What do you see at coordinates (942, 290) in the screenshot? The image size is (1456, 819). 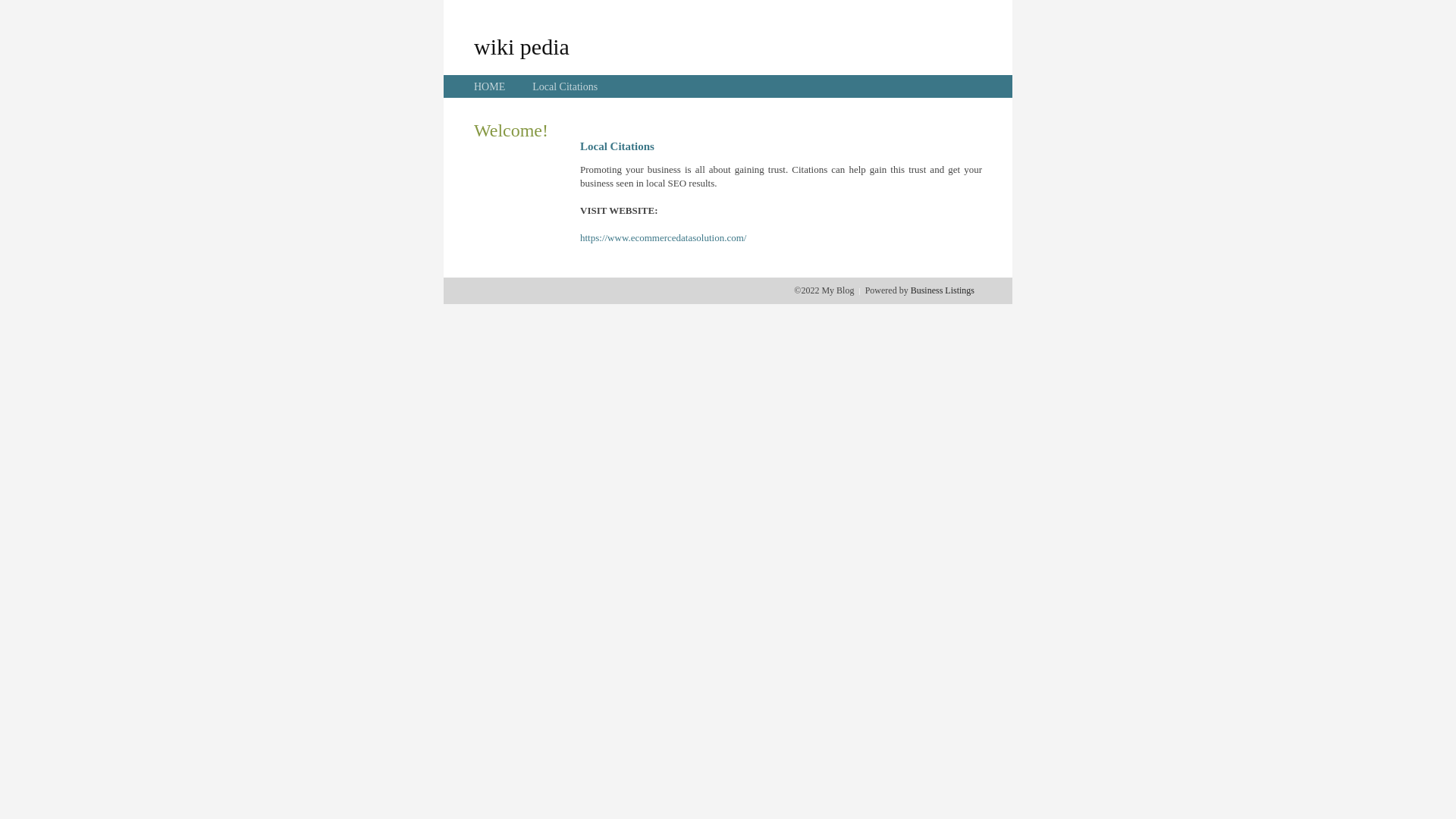 I see `'Business Listings'` at bounding box center [942, 290].